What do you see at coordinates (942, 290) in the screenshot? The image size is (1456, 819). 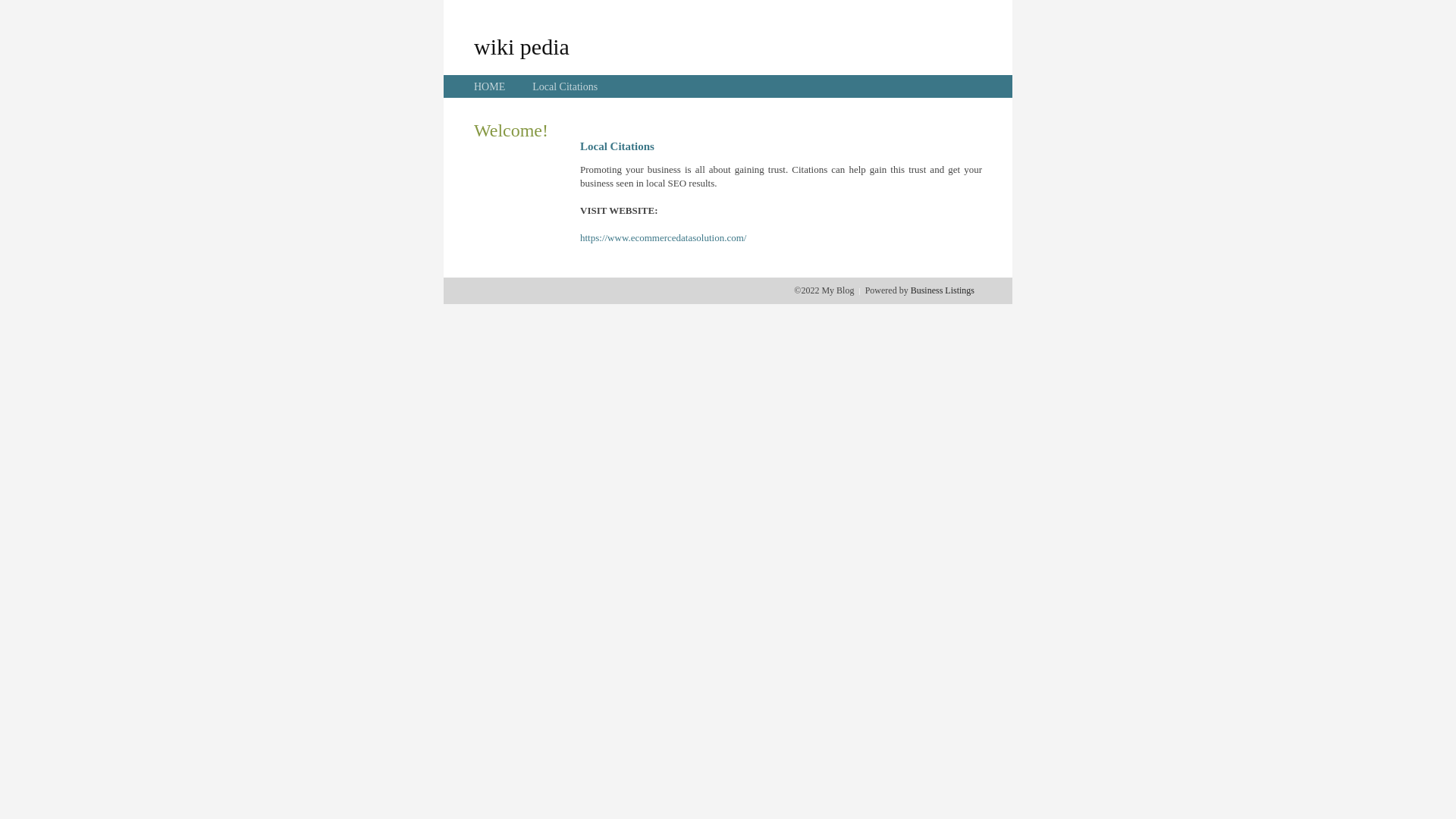 I see `'Business Listings'` at bounding box center [942, 290].